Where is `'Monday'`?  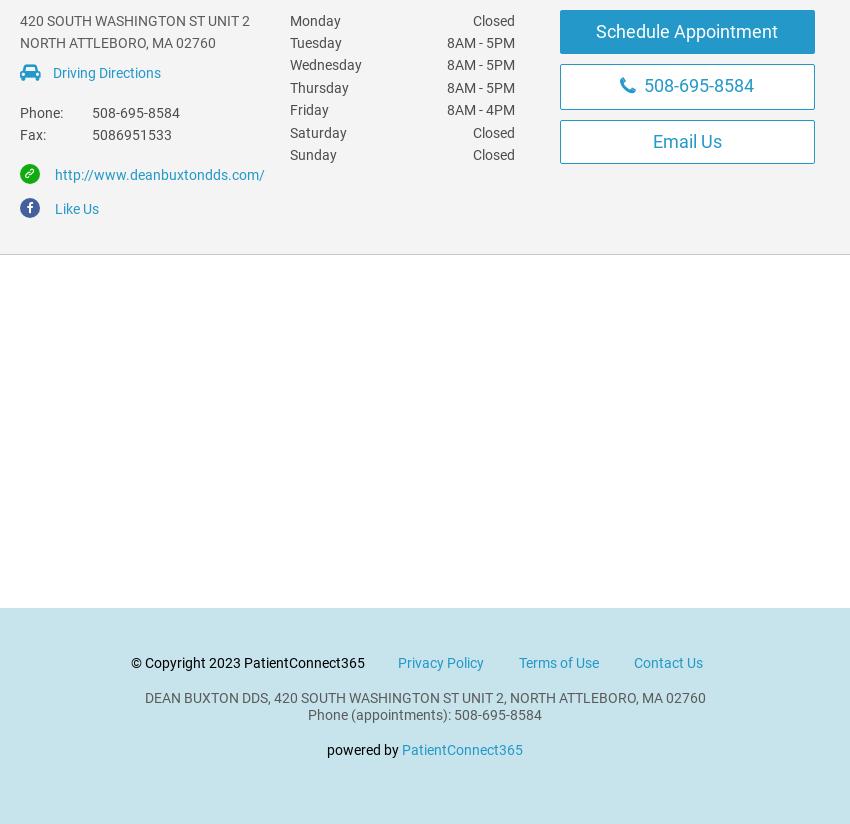
'Monday' is located at coordinates (314, 19).